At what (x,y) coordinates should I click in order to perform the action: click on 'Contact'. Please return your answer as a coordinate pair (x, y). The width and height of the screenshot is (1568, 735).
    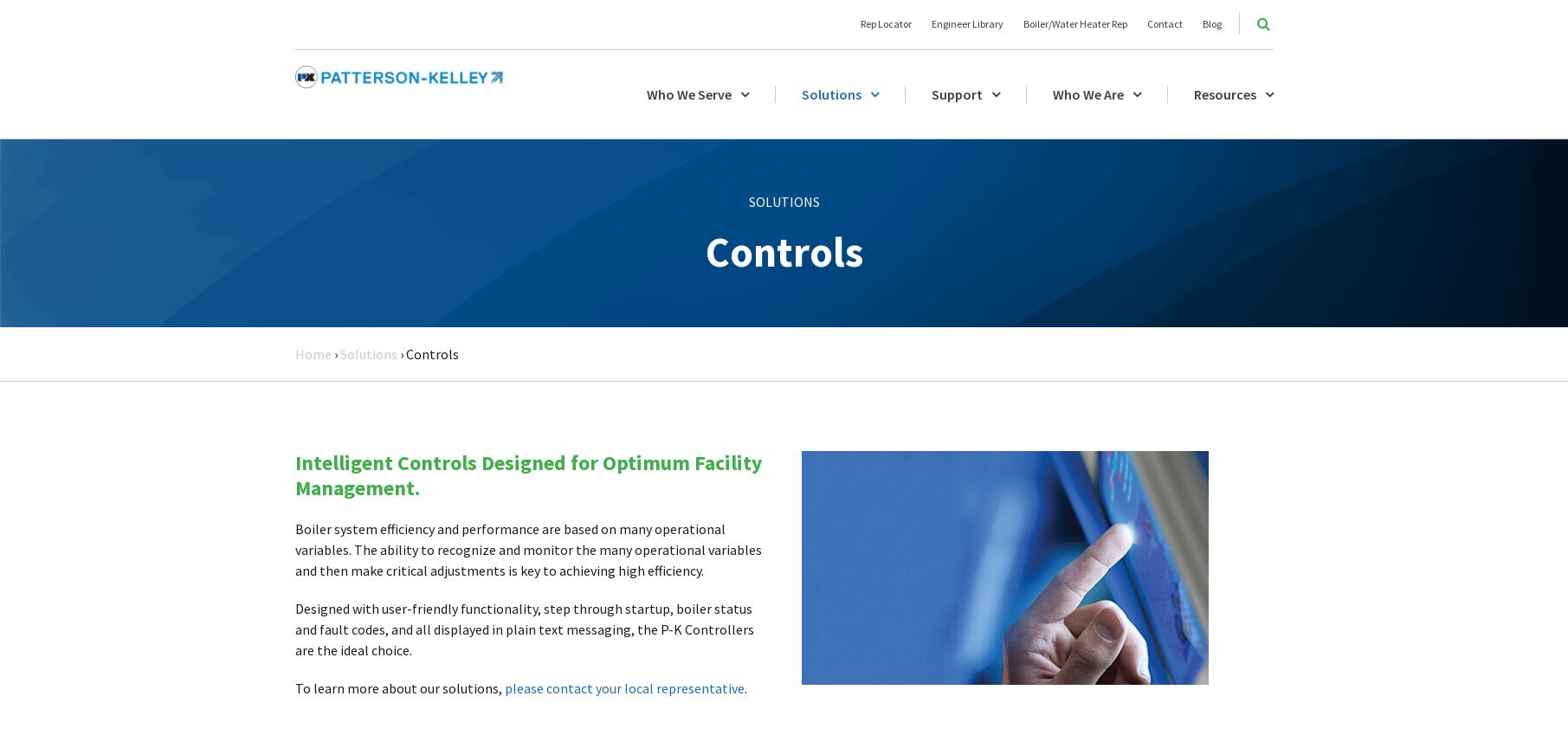
    Looking at the image, I should click on (1163, 23).